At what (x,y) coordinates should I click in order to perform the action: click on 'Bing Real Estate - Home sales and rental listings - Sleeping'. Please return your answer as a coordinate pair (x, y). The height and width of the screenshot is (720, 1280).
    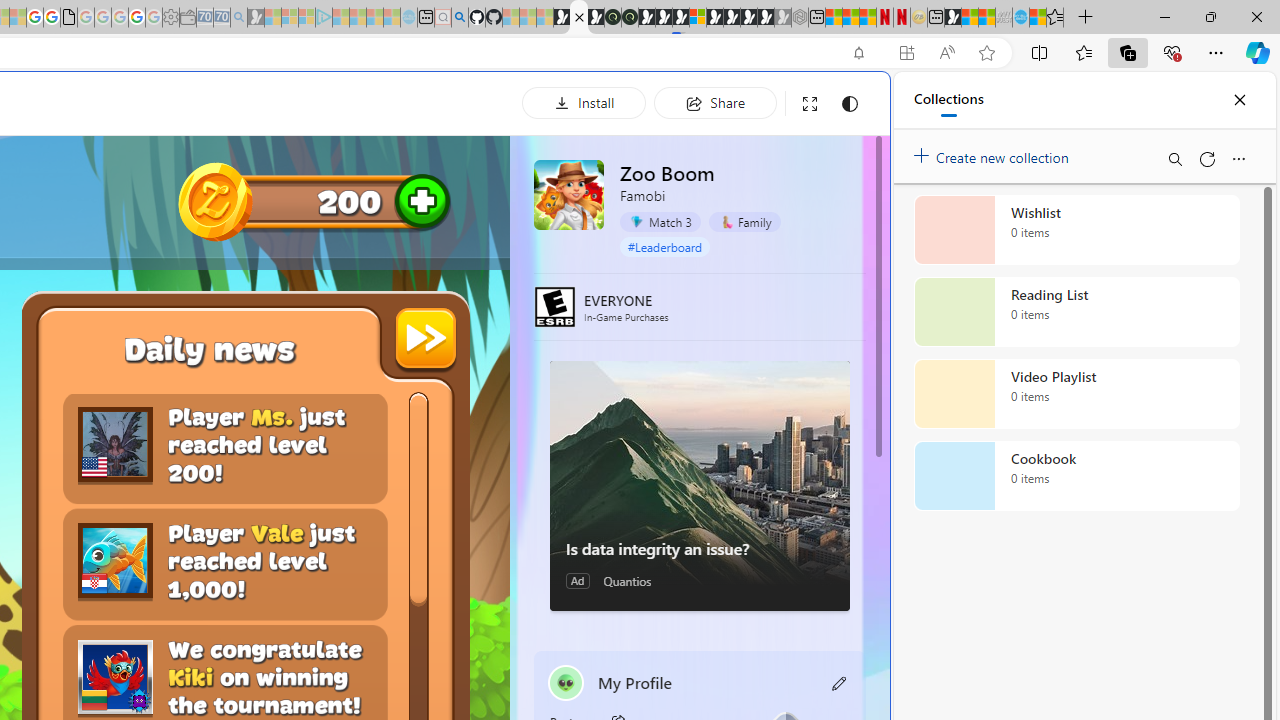
    Looking at the image, I should click on (238, 17).